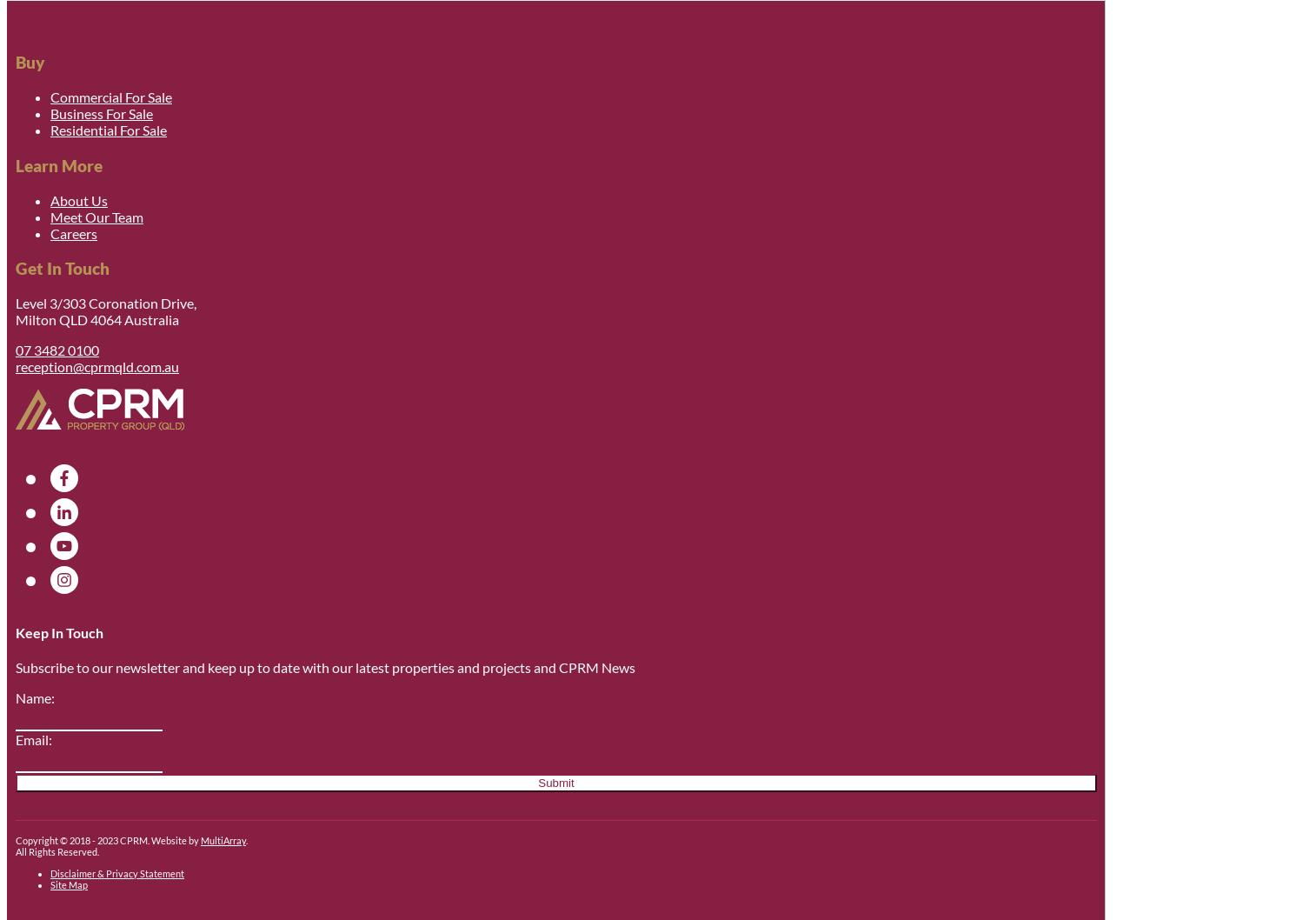  Describe the element at coordinates (72, 231) in the screenshot. I see `'Careers'` at that location.